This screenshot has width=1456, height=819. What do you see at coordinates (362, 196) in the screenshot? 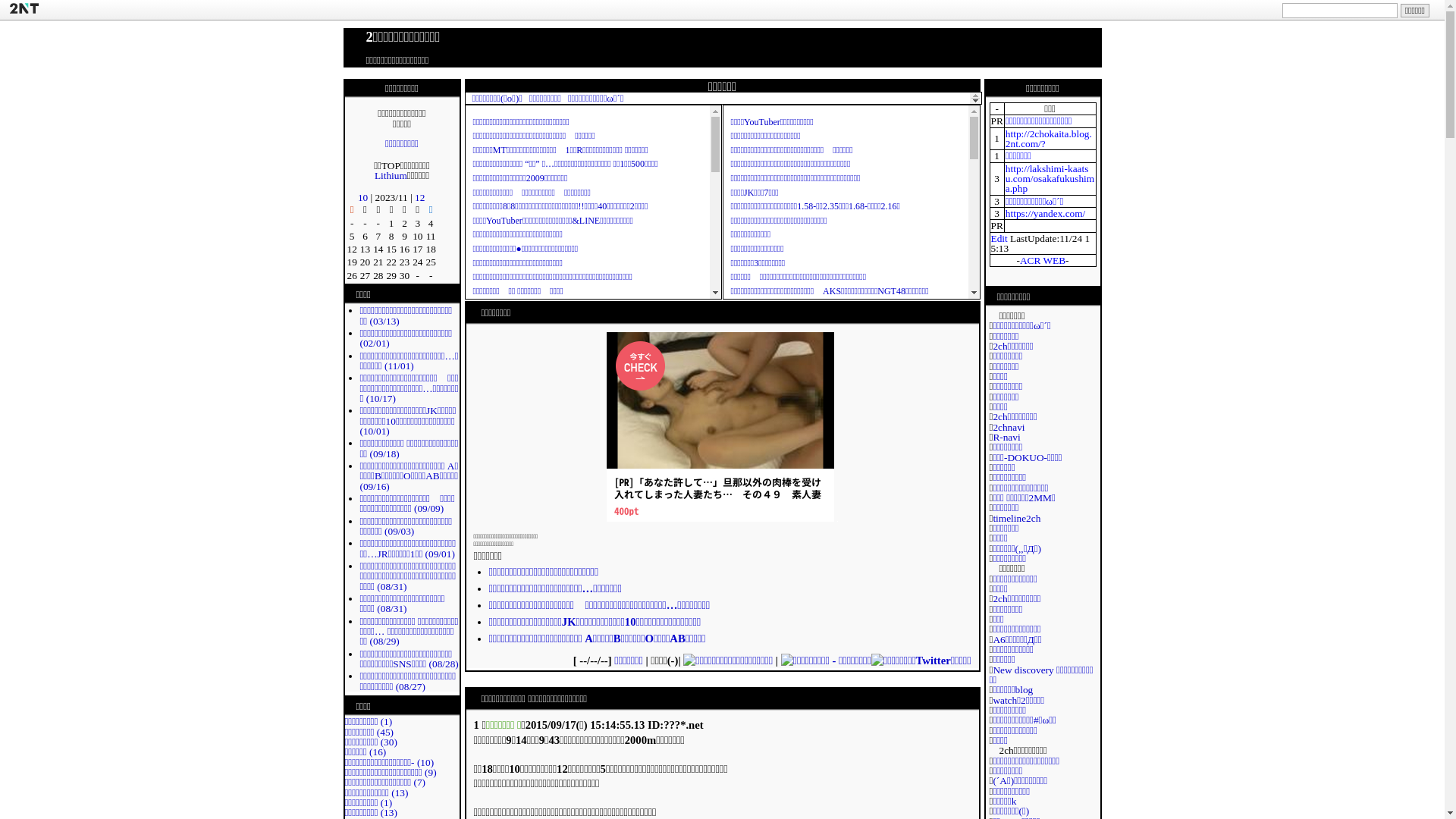
I see `'10'` at bounding box center [362, 196].